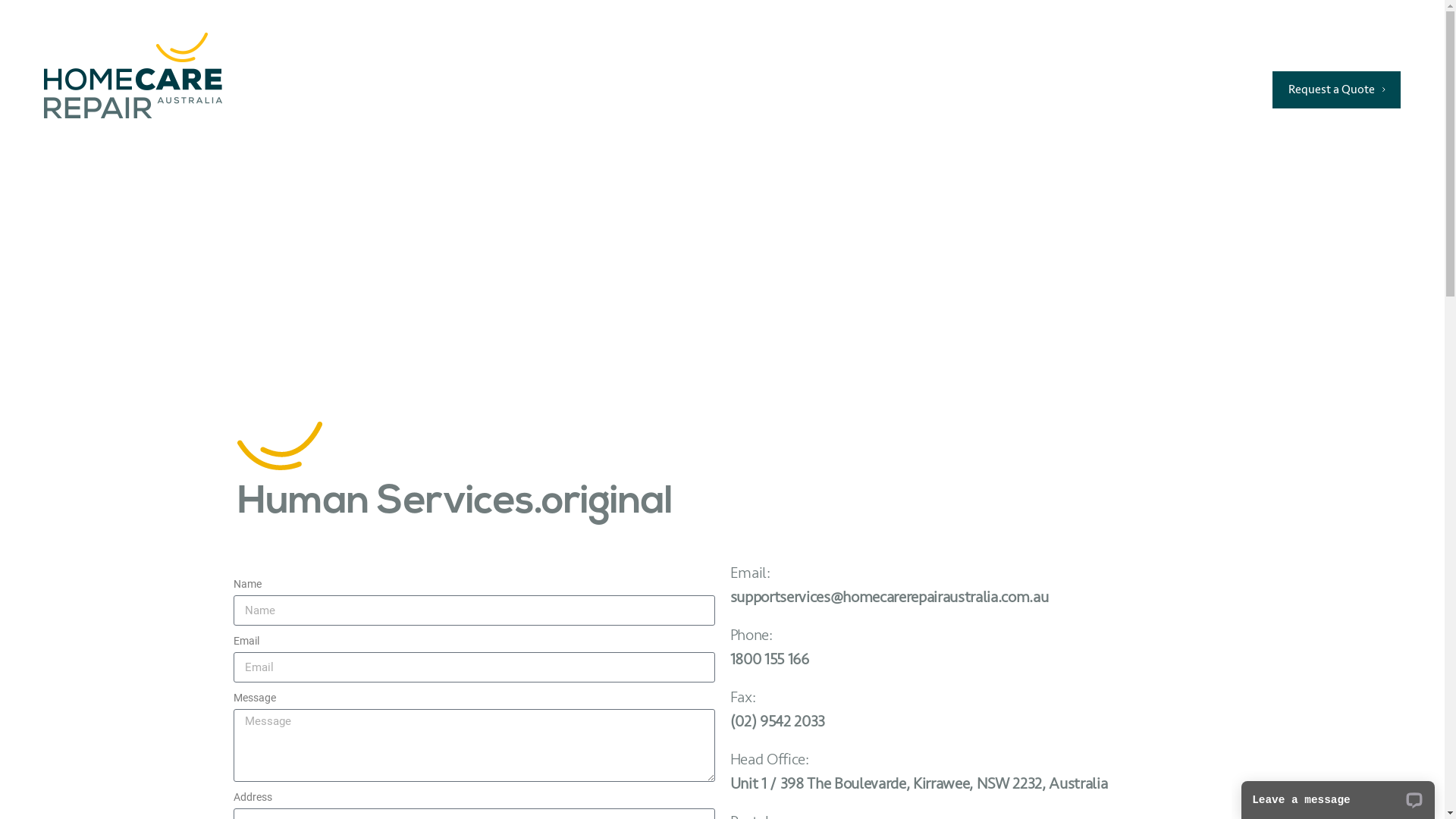 This screenshot has height=819, width=1456. Describe the element at coordinates (1076, 89) in the screenshot. I see `'Contact'` at that location.